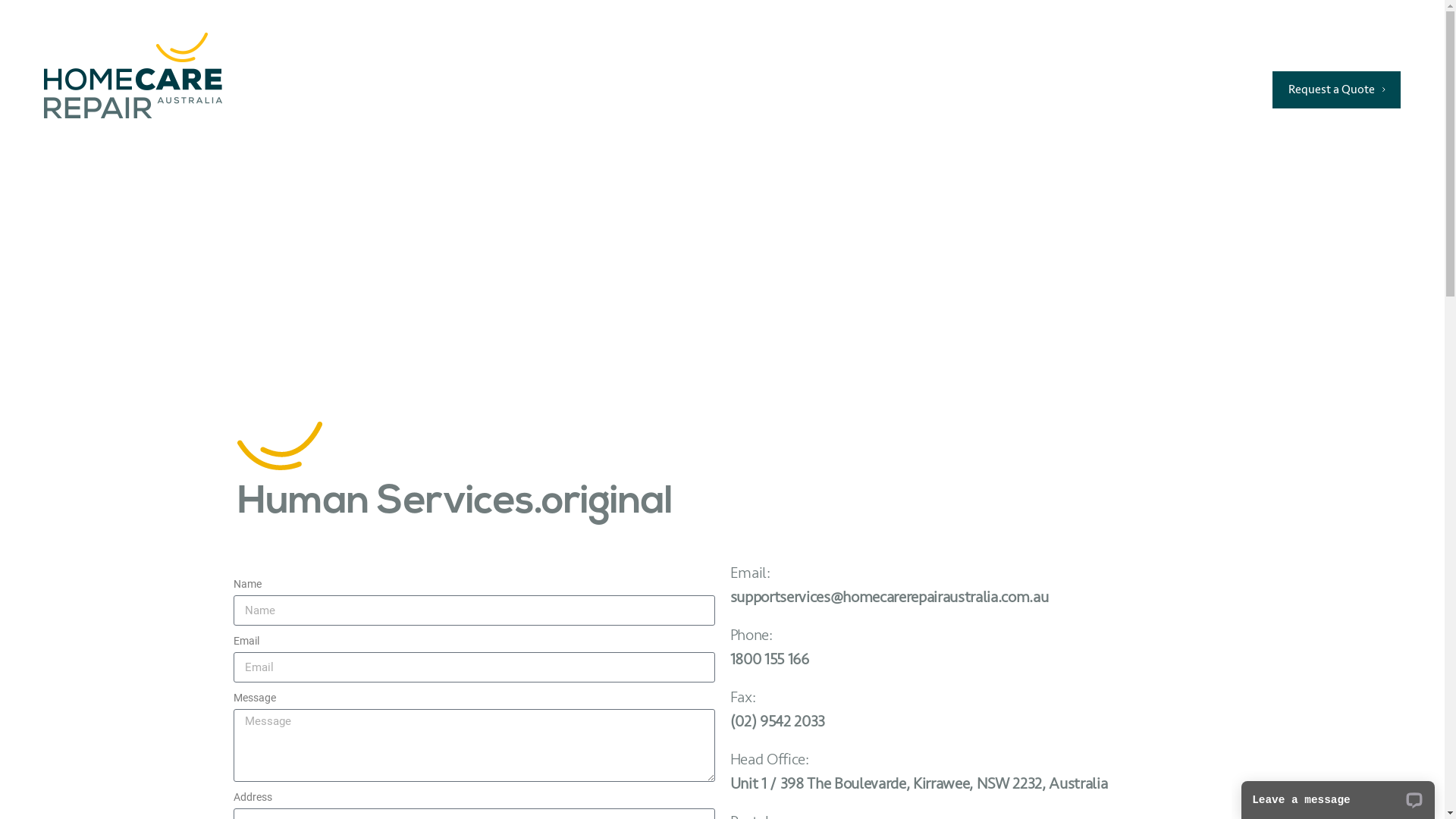 This screenshot has height=819, width=1456. Describe the element at coordinates (1076, 89) in the screenshot. I see `'Contact'` at that location.